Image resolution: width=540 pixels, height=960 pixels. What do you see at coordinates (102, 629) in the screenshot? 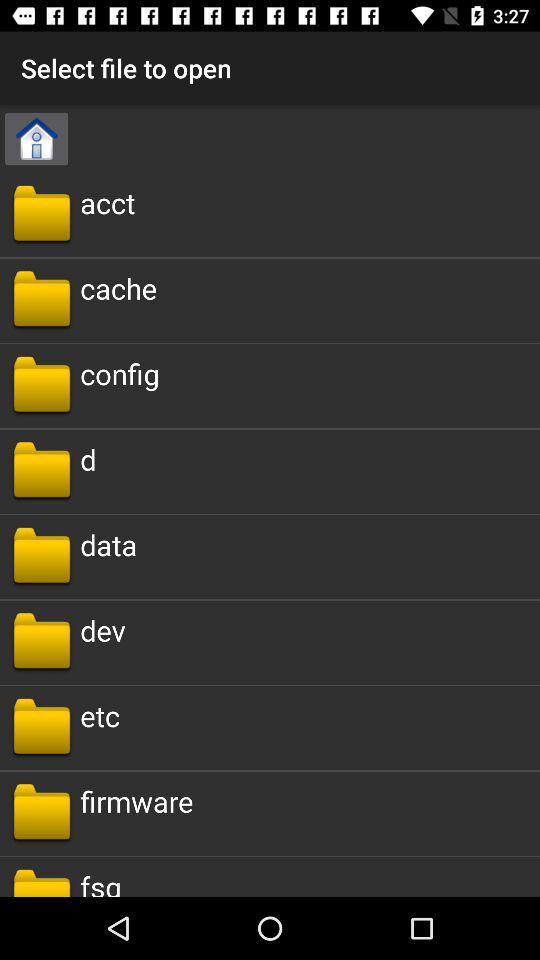
I see `dev` at bounding box center [102, 629].